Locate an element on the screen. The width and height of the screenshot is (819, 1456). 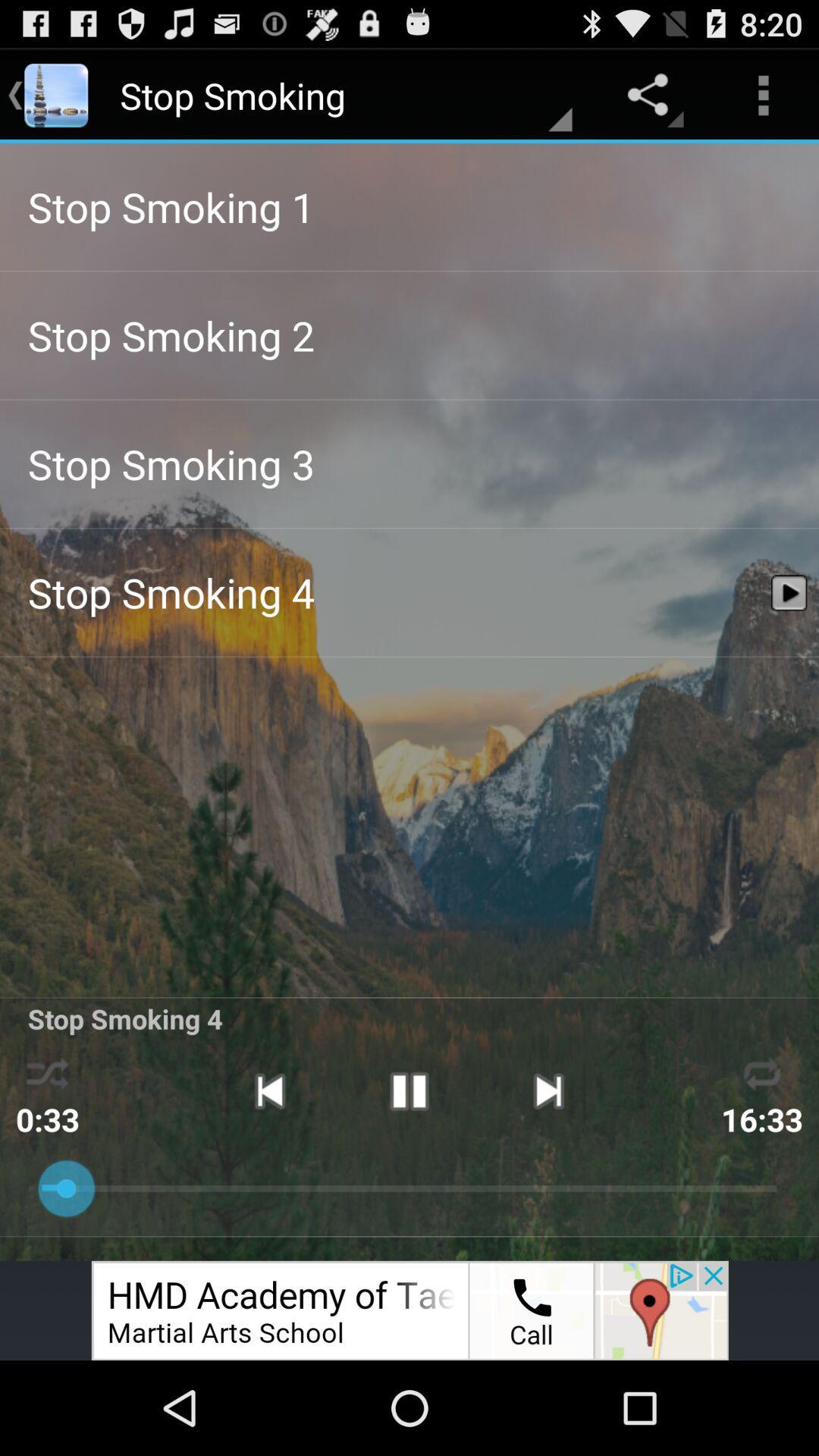
the skip_next icon is located at coordinates (548, 1166).